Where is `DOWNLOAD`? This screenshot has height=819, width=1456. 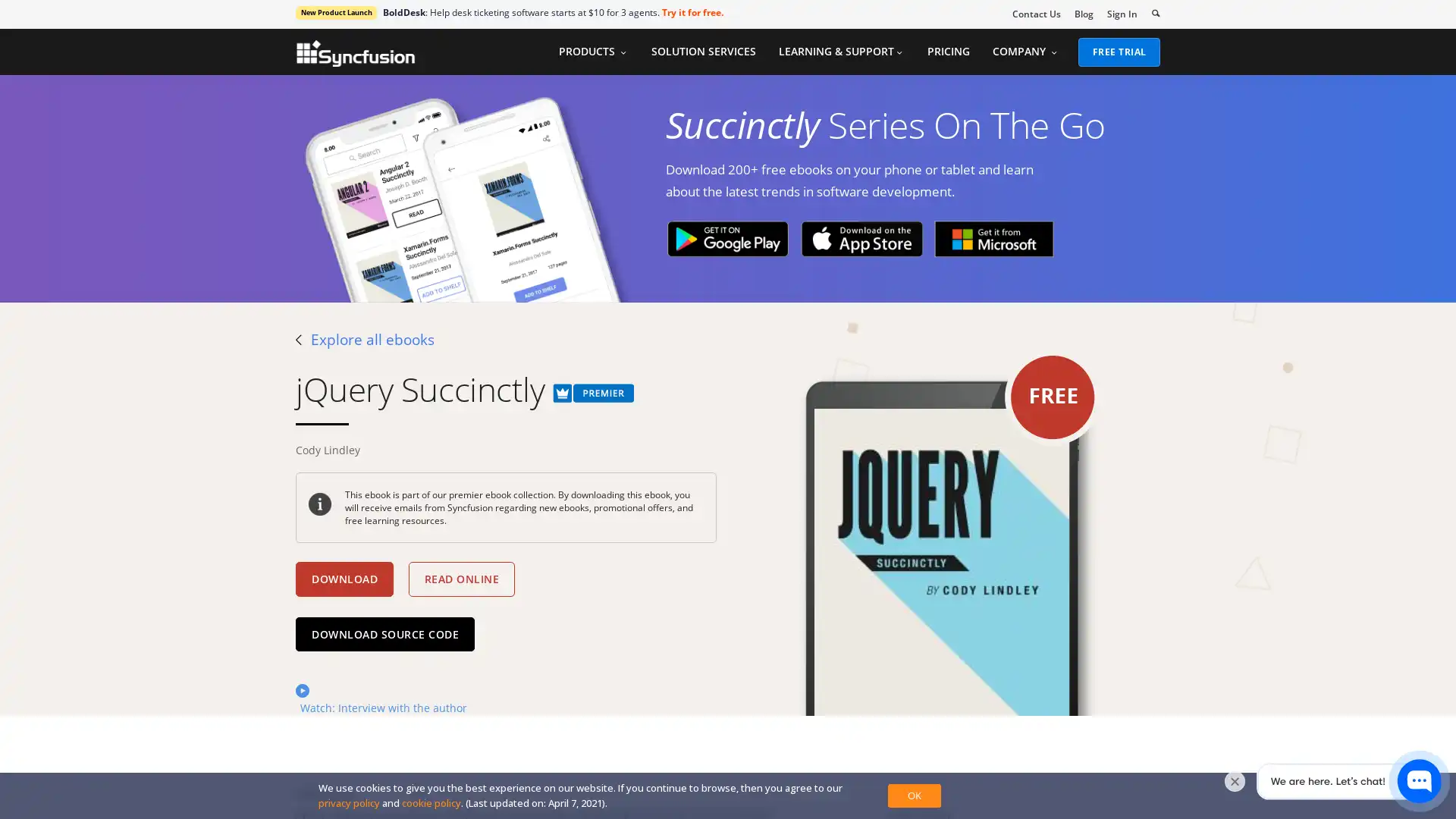 DOWNLOAD is located at coordinates (344, 579).